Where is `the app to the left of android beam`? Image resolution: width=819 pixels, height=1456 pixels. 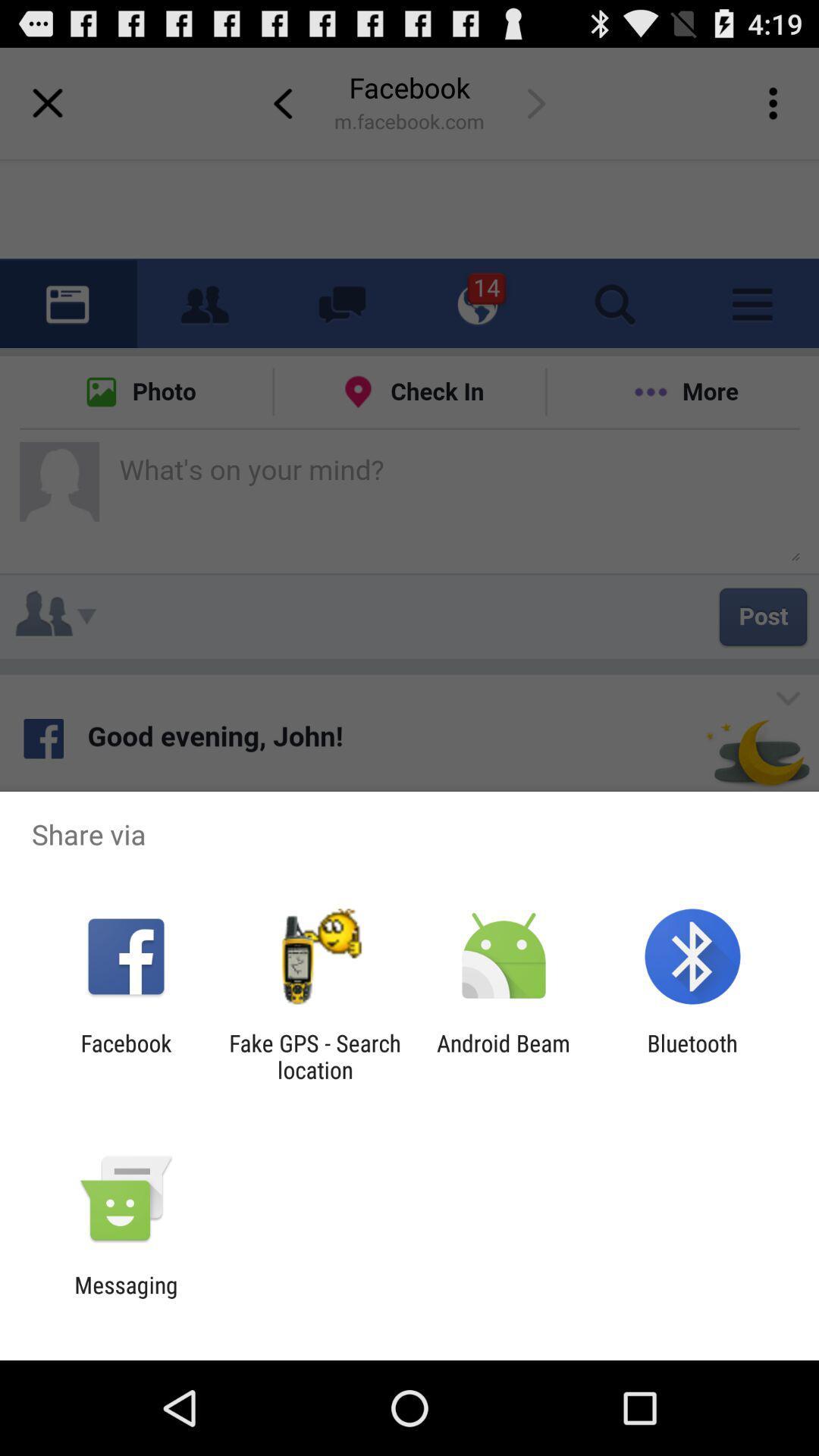
the app to the left of android beam is located at coordinates (314, 1056).